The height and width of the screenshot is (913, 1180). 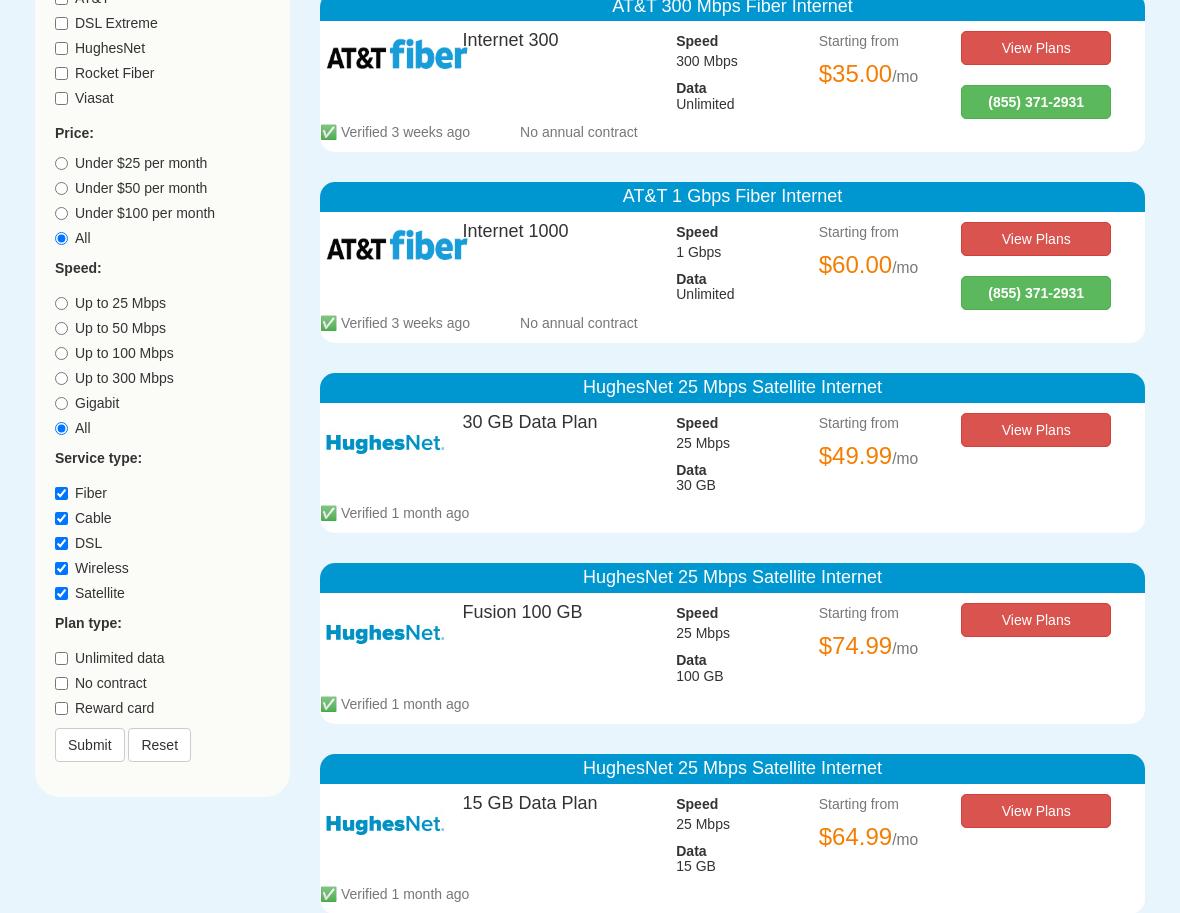 I want to click on '30 GB', so click(x=694, y=482).